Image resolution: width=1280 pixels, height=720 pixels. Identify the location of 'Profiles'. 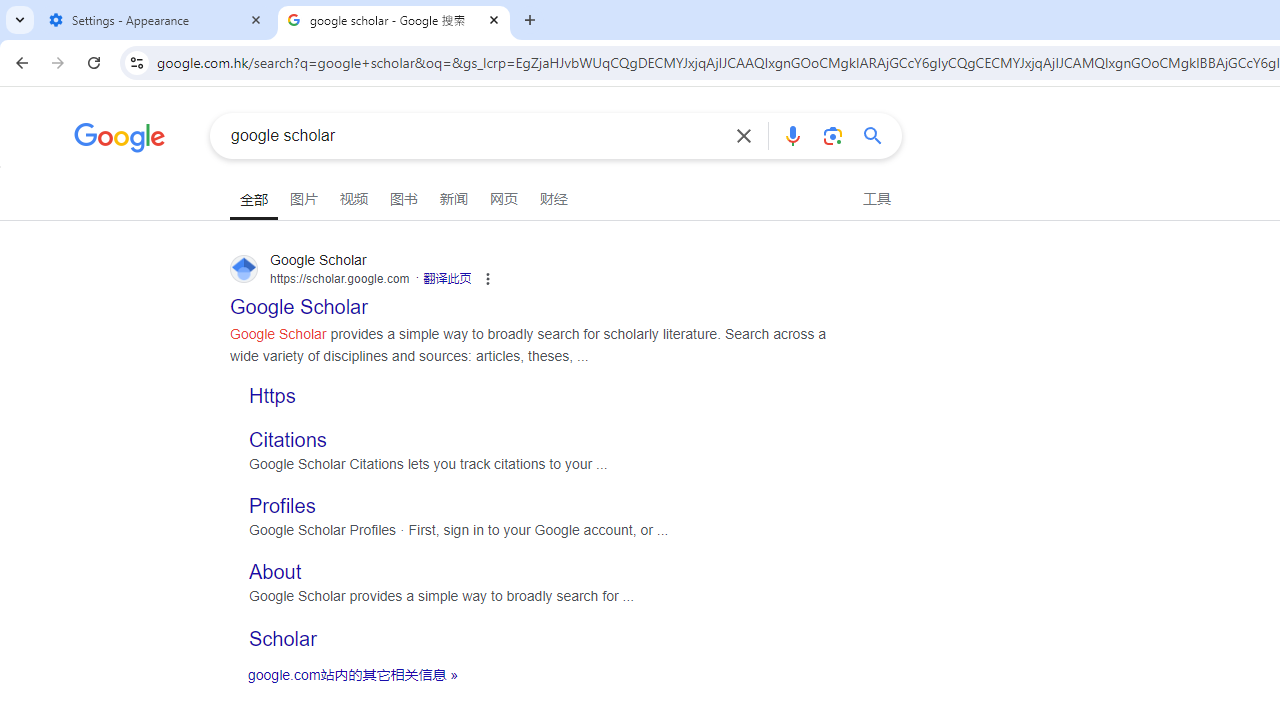
(281, 505).